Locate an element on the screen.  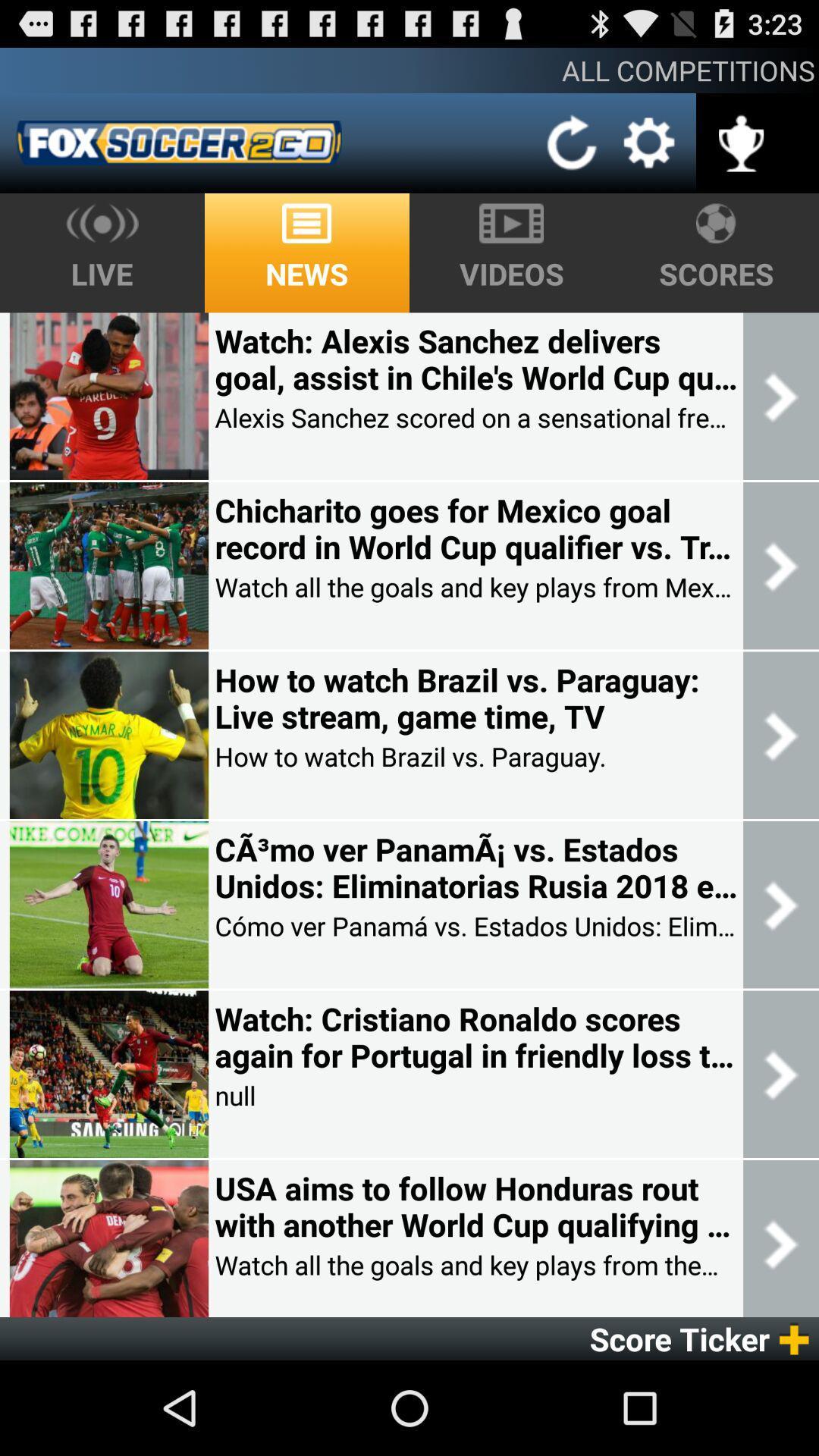
the item below the all competitions item is located at coordinates (648, 143).